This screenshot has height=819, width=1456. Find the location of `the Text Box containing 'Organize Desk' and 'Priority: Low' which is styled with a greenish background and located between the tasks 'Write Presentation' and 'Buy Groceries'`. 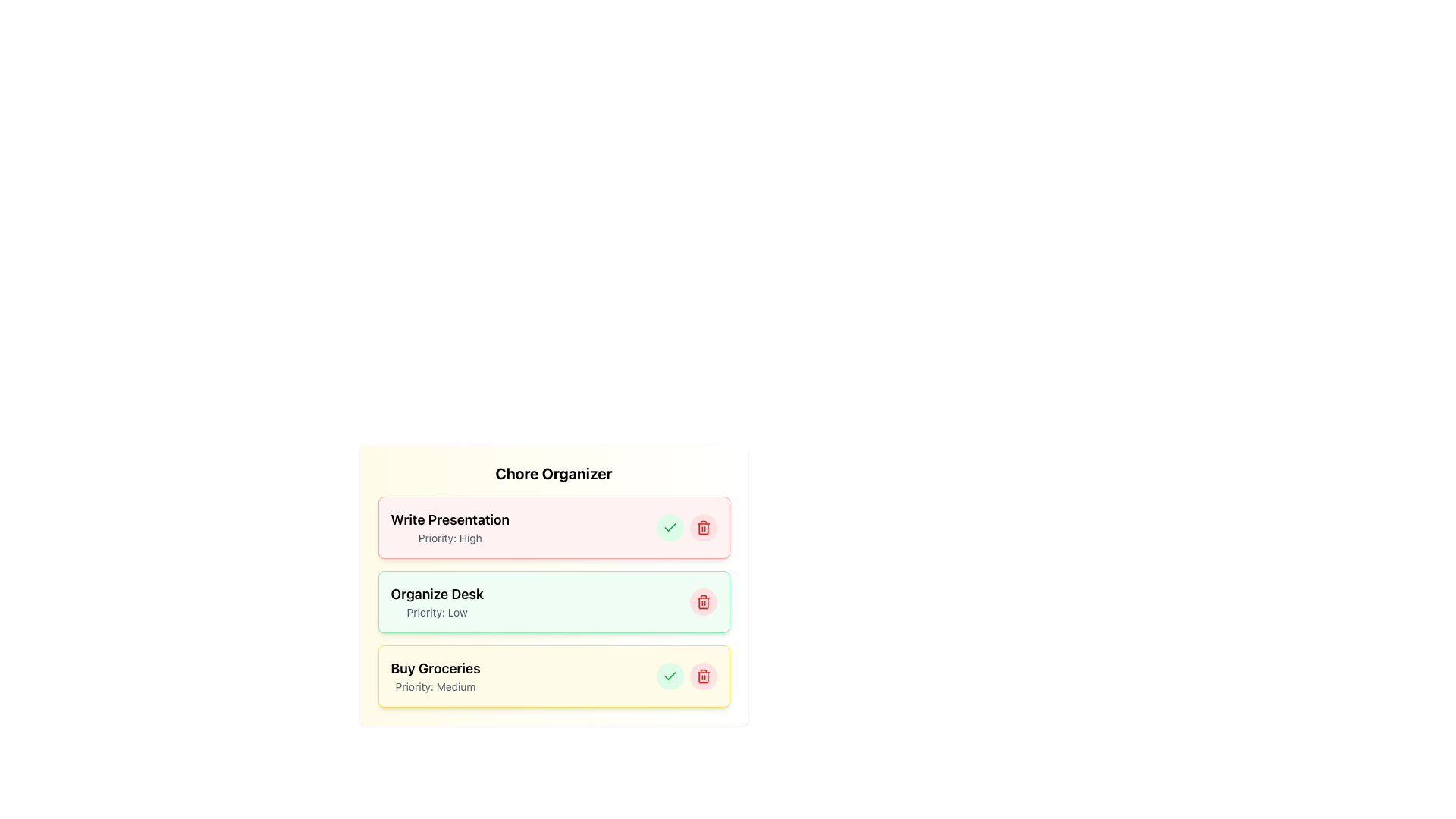

the Text Box containing 'Organize Desk' and 'Priority: Low' which is styled with a greenish background and located between the tasks 'Write Presentation' and 'Buy Groceries' is located at coordinates (436, 601).